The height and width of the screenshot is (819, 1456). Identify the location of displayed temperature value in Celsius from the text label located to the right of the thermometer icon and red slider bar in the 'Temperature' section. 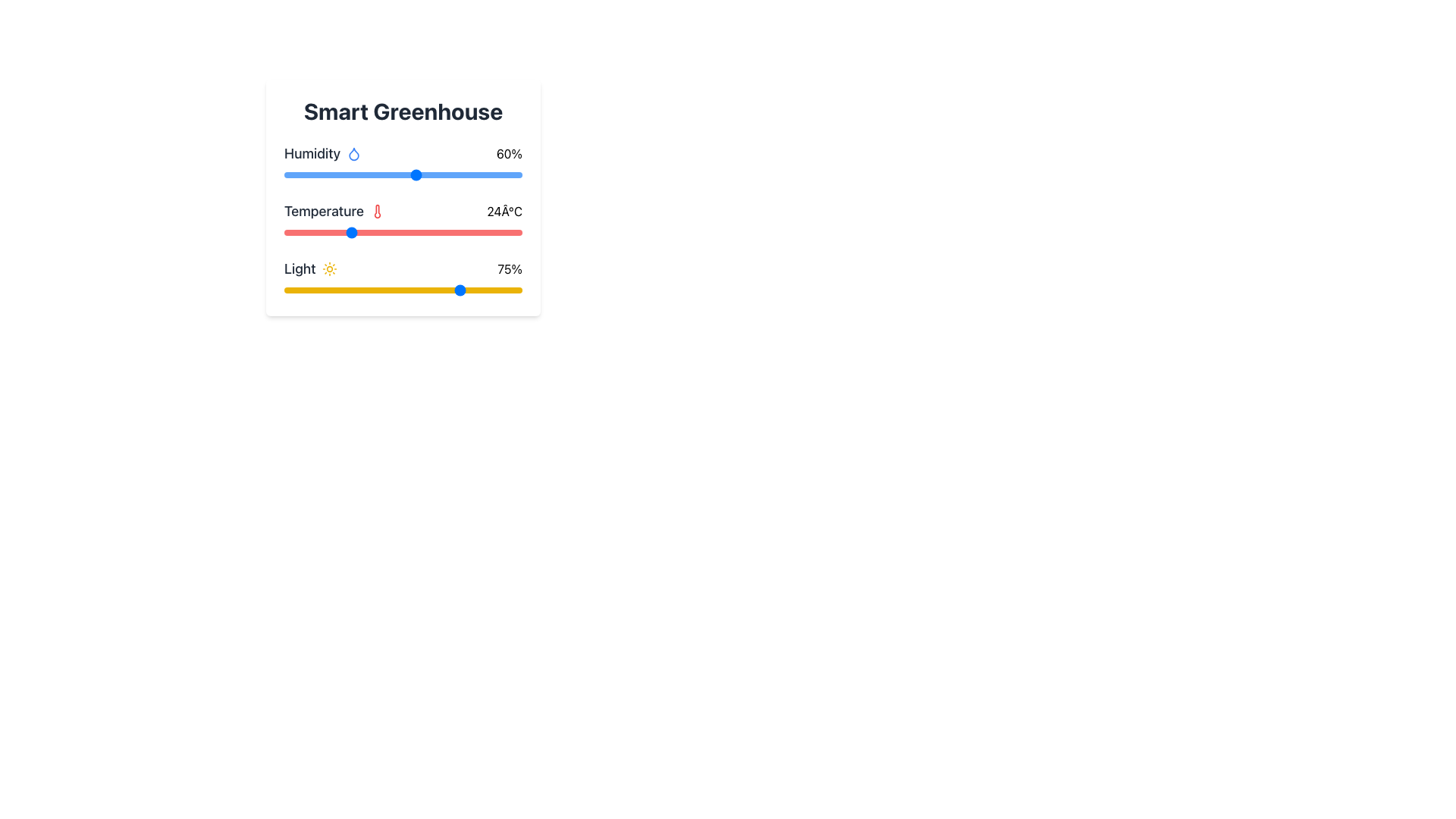
(504, 211).